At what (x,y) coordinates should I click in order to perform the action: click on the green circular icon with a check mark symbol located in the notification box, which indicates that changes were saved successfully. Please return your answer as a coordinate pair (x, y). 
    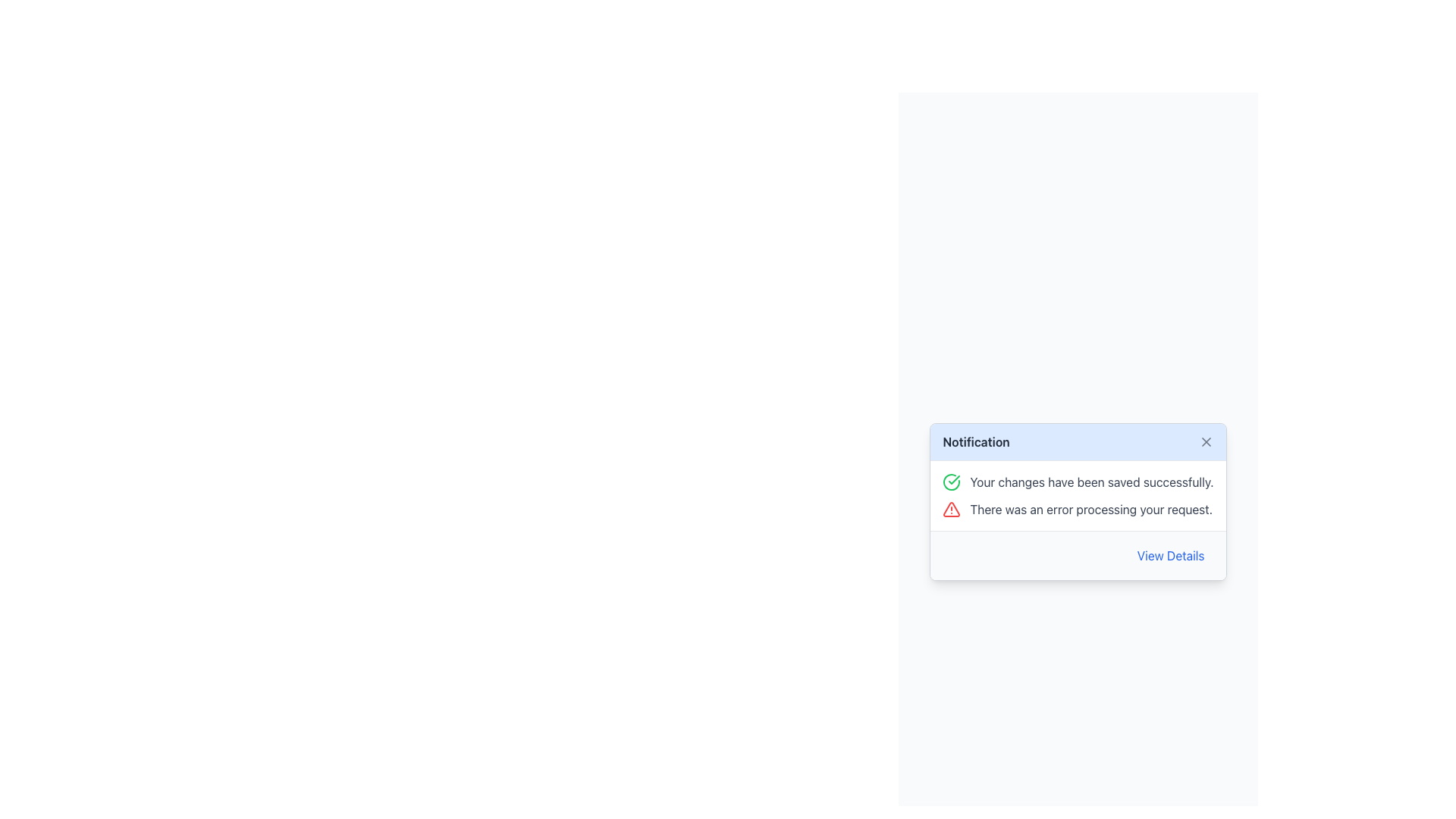
    Looking at the image, I should click on (951, 482).